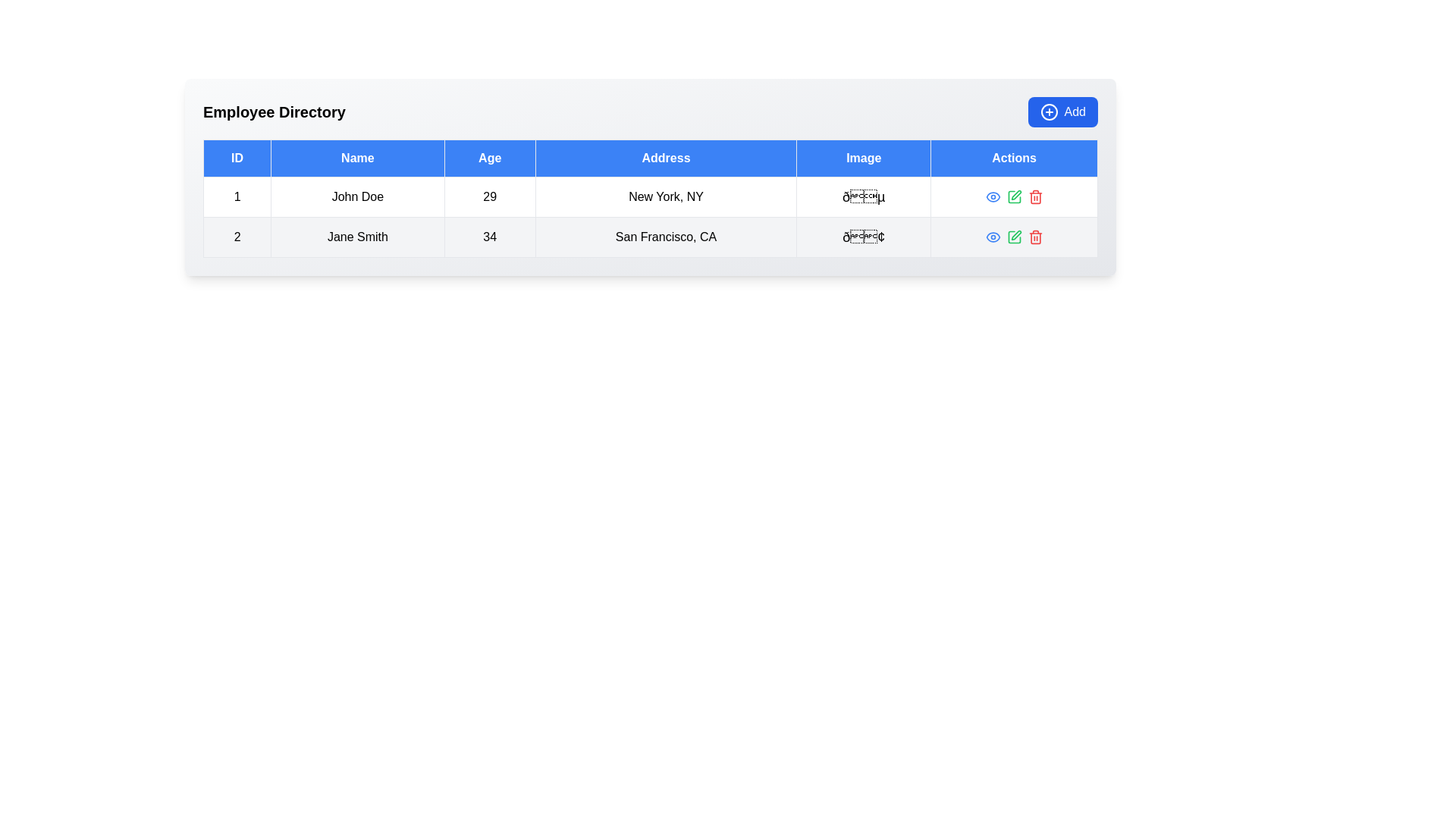 This screenshot has height=819, width=1456. Describe the element at coordinates (1014, 196) in the screenshot. I see `the edit button located in the 'Actions' column of the second row in the table, which is the second icon from the left, positioned between a blue eye-shaped icon and a red trashcan icon to initiate editing functionality` at that location.